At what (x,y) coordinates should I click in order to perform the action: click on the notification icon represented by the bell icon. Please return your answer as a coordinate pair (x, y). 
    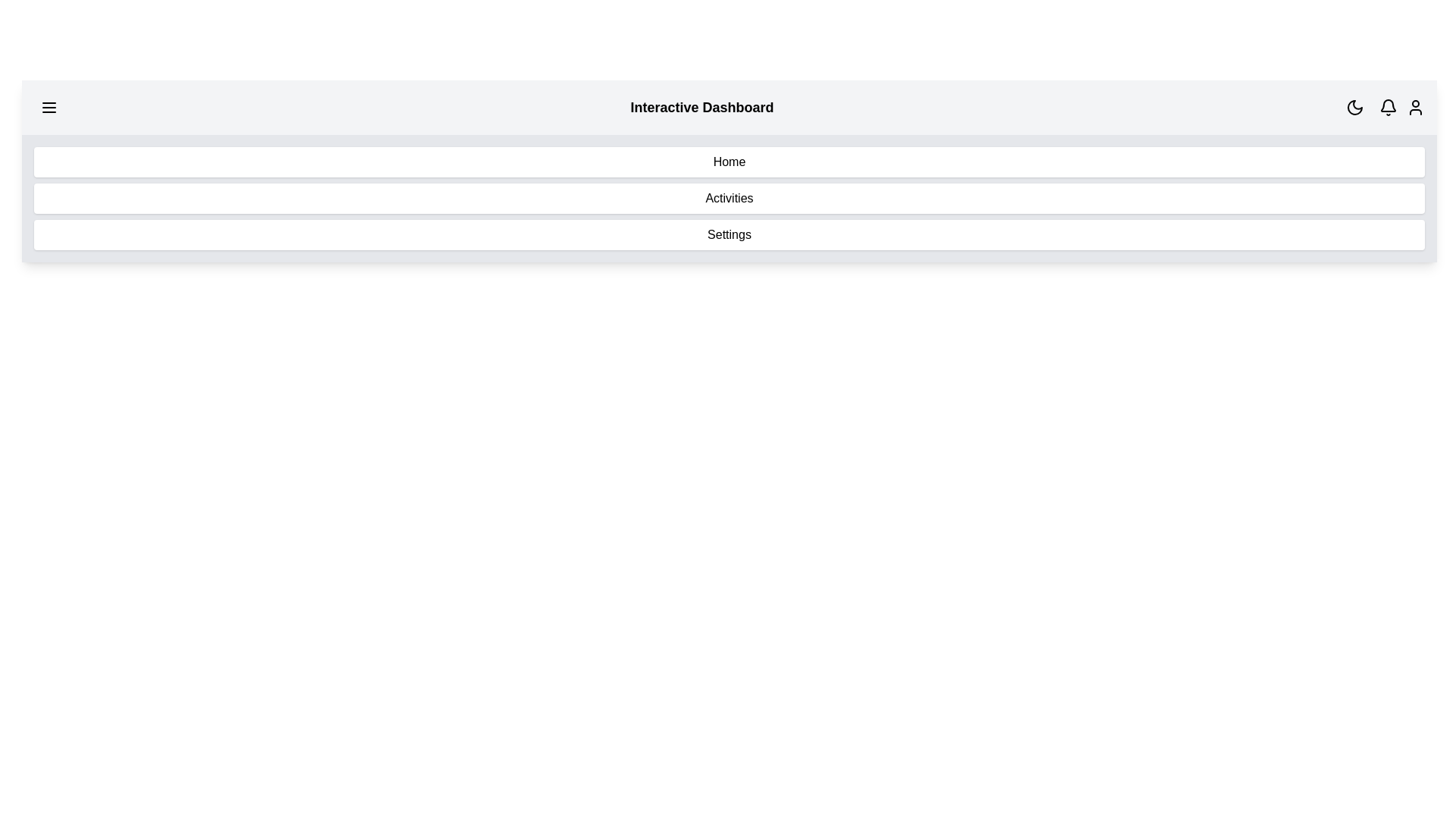
    Looking at the image, I should click on (1388, 107).